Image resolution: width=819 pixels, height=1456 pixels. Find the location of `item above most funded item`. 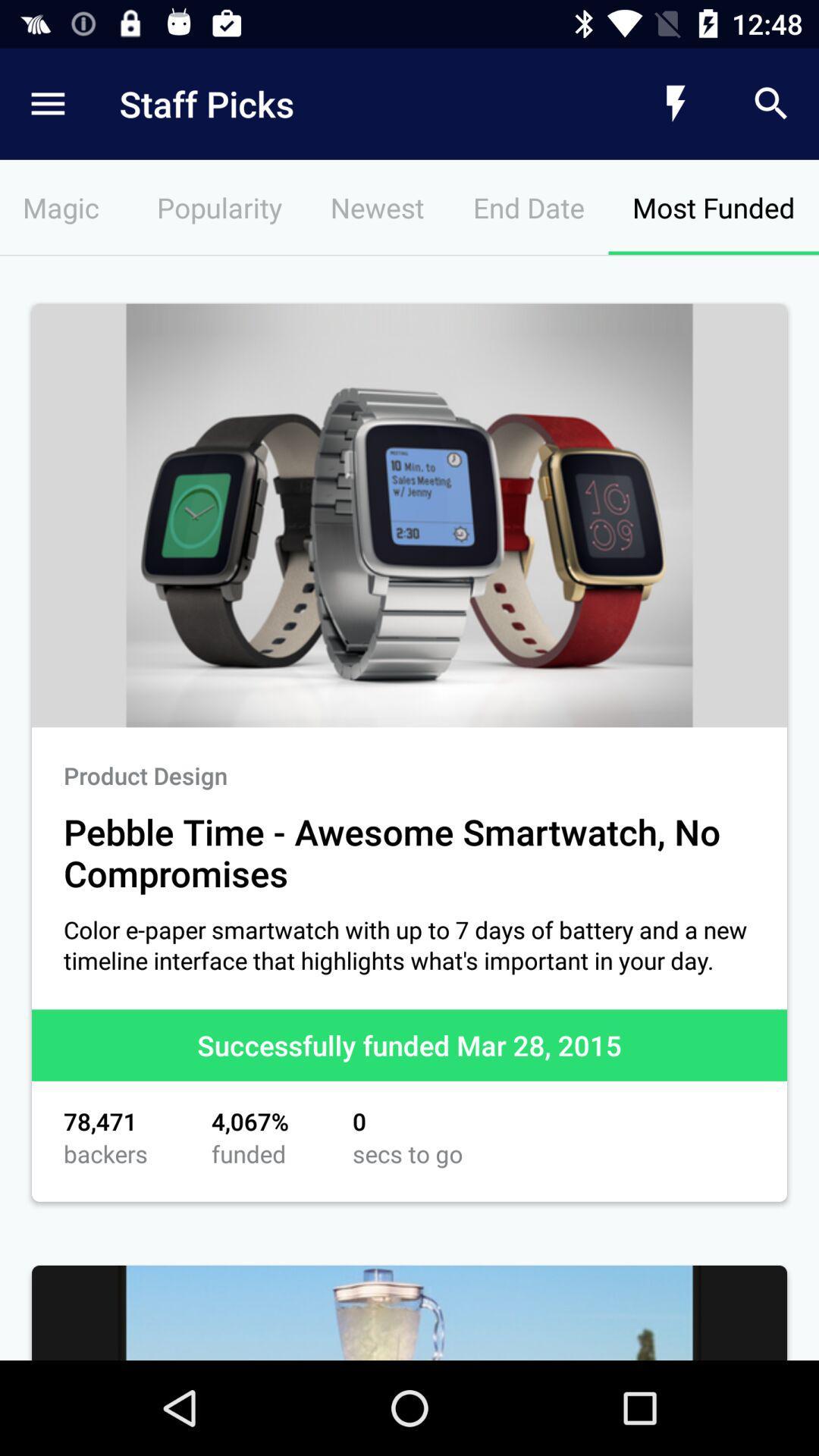

item above most funded item is located at coordinates (771, 103).